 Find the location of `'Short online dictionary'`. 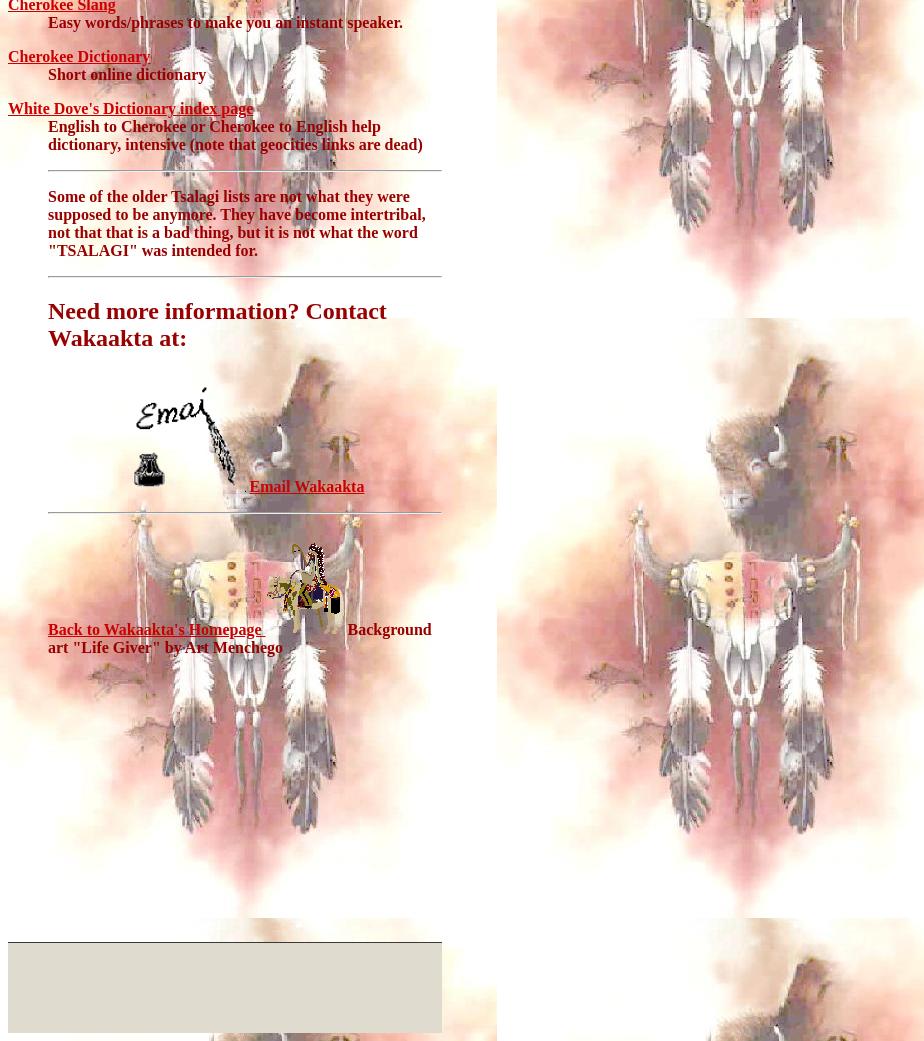

'Short online dictionary' is located at coordinates (125, 73).